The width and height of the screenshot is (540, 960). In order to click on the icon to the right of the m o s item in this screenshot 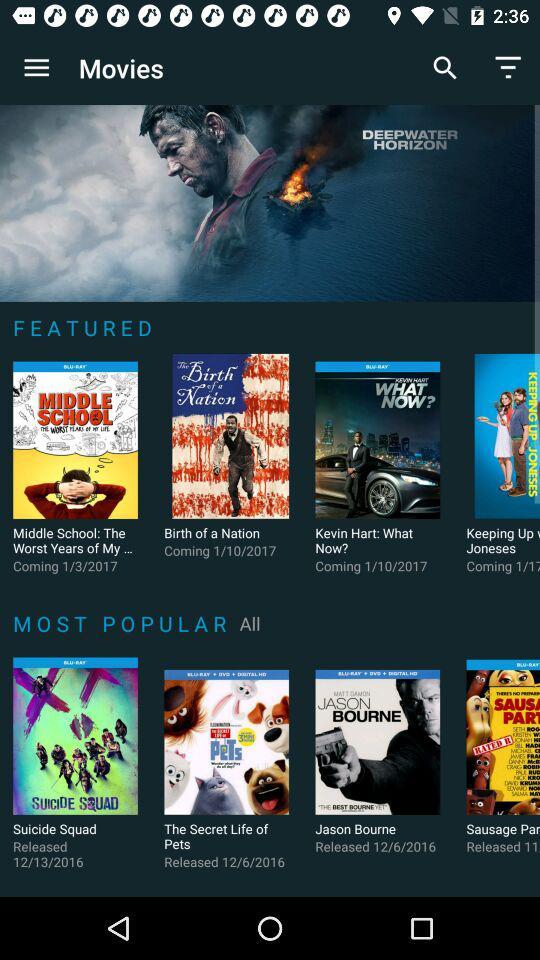, I will do `click(250, 622)`.